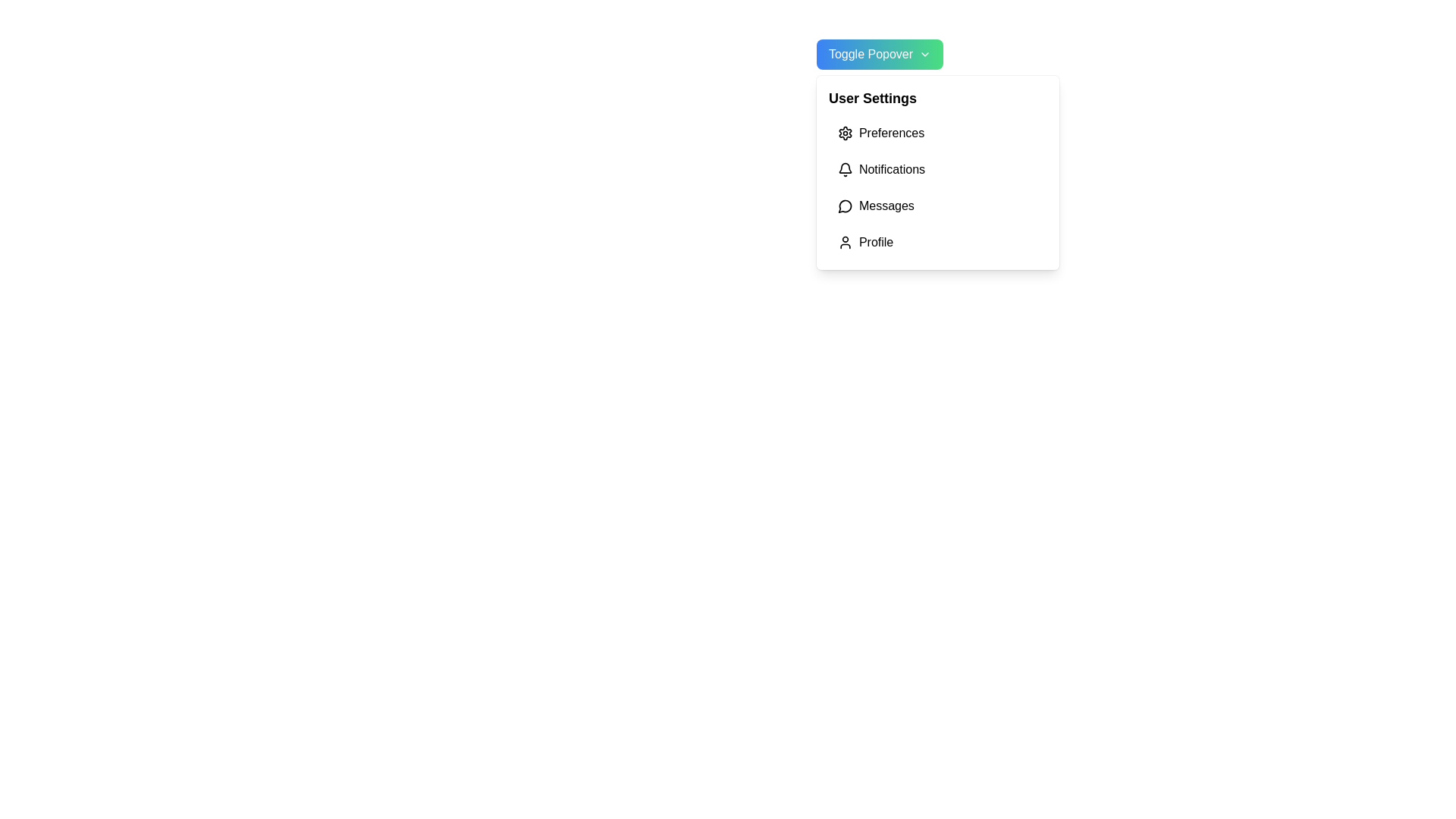  I want to click on an option in the dropdown menu located at the top right of the interface, below the 'Toggle Popover' button, so click(937, 171).